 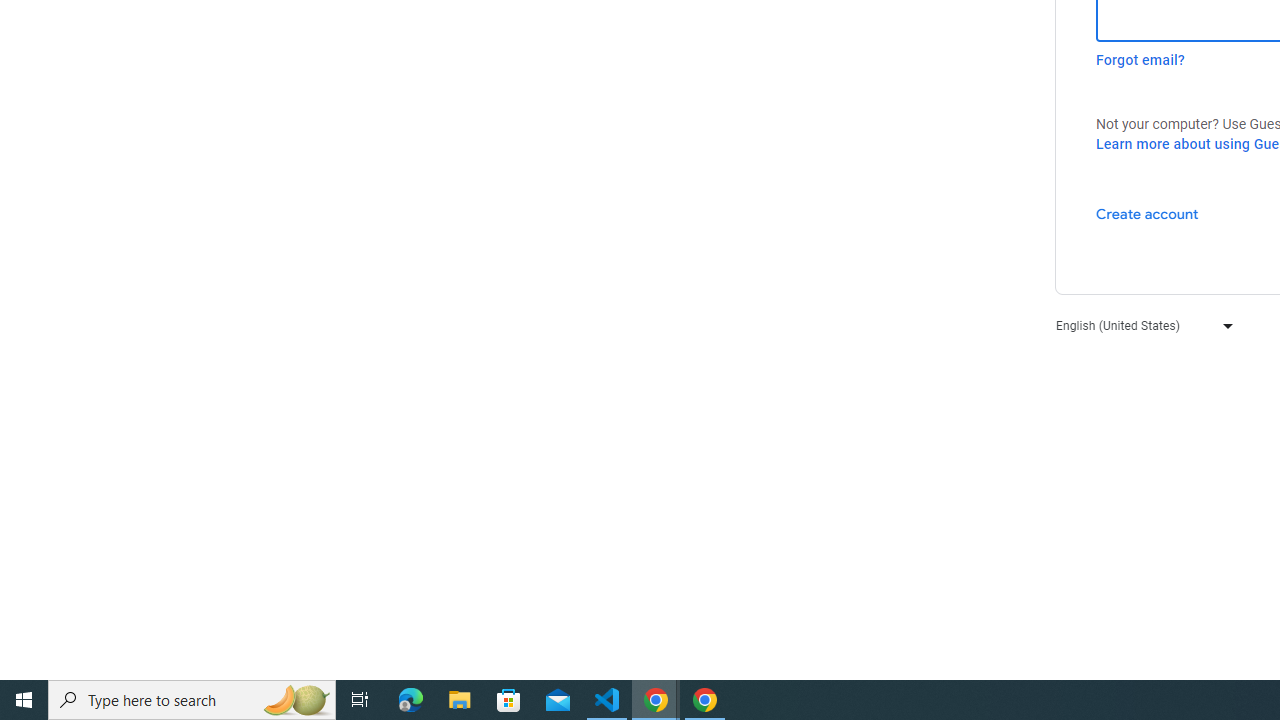 I want to click on 'Forgot email?', so click(x=1140, y=59).